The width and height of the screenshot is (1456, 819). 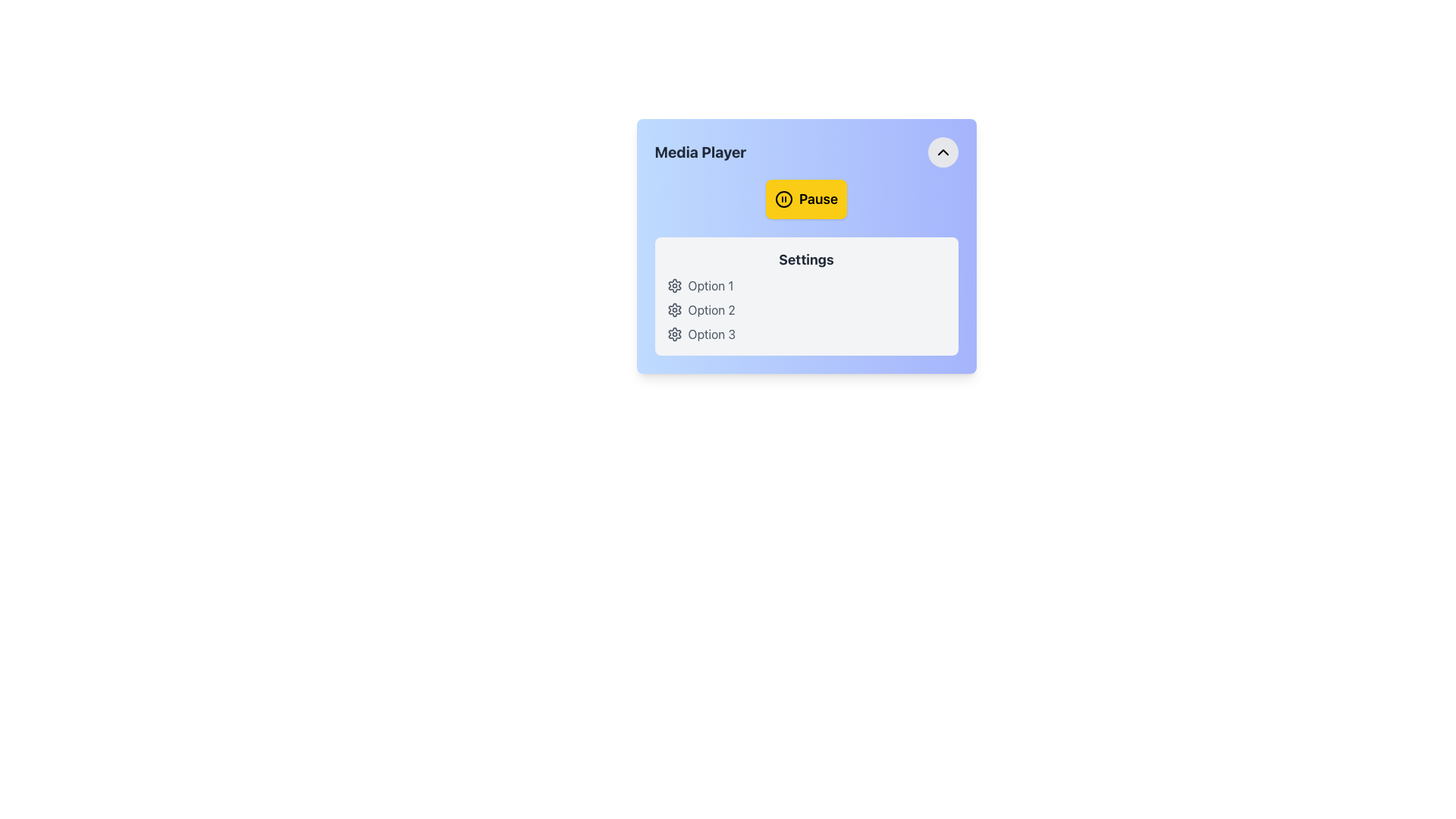 I want to click on the pause icon located within the yellow 'Pause' button at the upper part of the 'Media Player' card, so click(x=783, y=198).